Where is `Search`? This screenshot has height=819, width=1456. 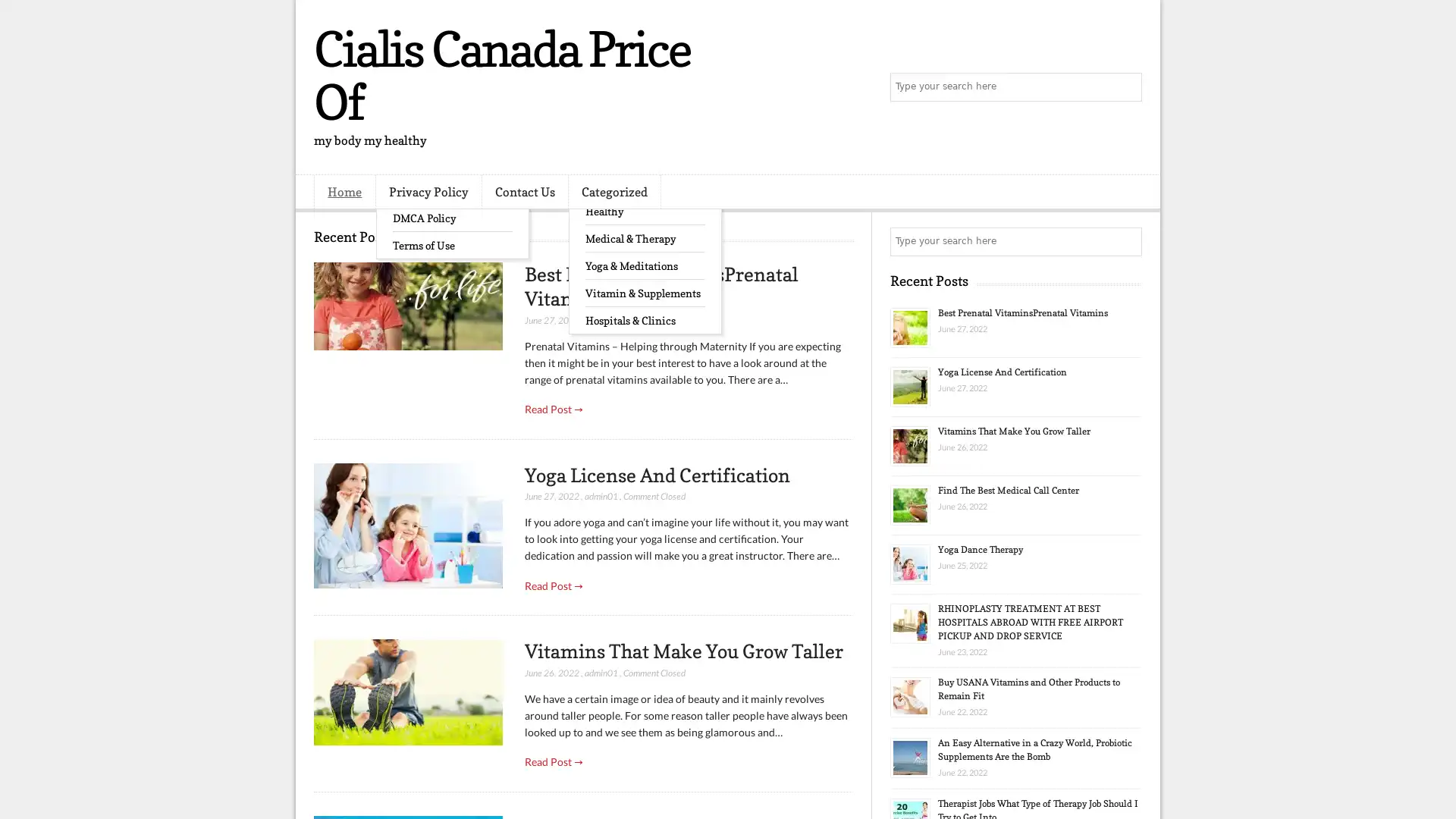
Search is located at coordinates (1126, 87).